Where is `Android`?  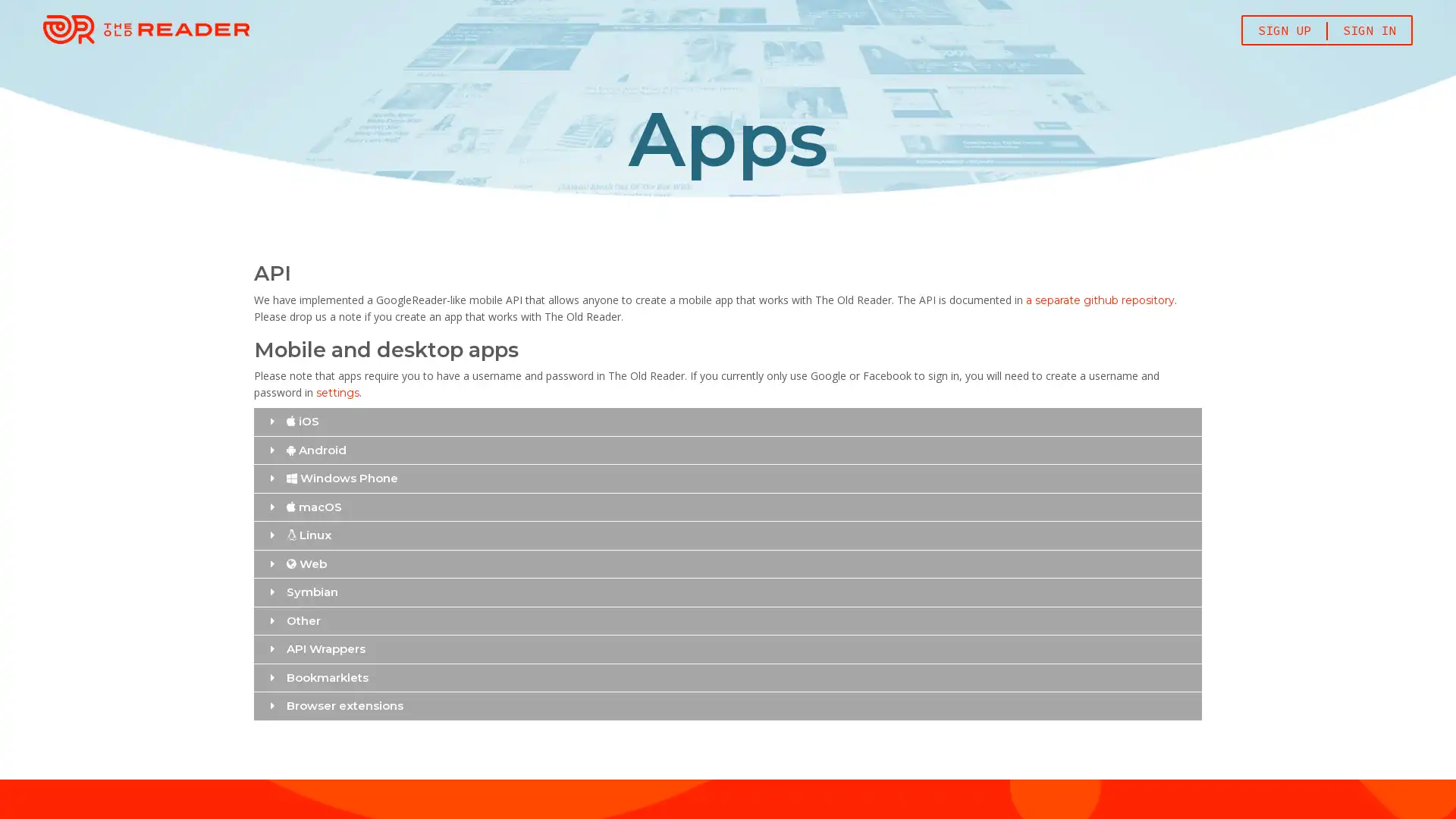 Android is located at coordinates (726, 449).